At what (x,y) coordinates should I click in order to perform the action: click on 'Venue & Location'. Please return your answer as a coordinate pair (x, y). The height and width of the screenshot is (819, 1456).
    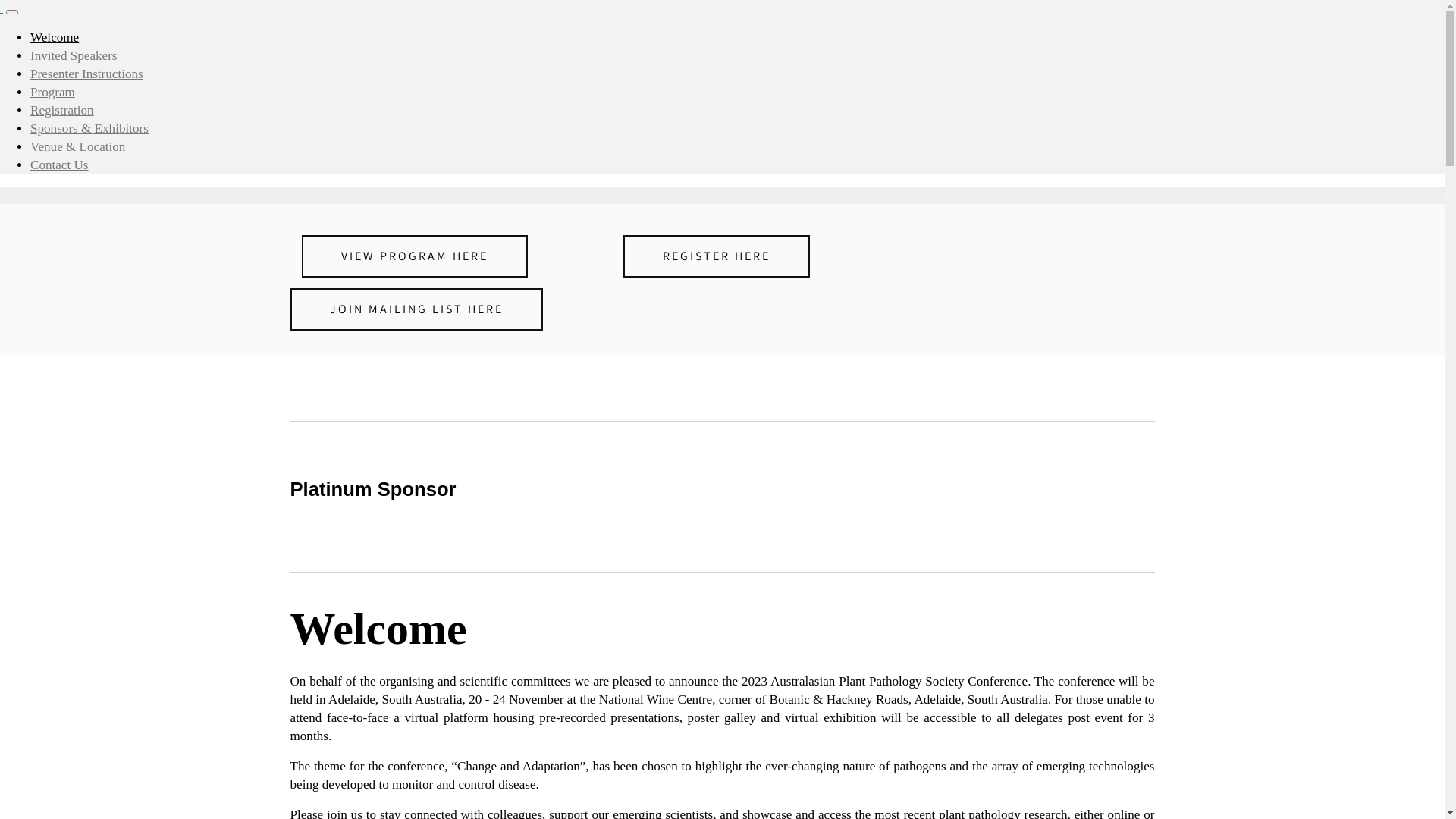
    Looking at the image, I should click on (30, 146).